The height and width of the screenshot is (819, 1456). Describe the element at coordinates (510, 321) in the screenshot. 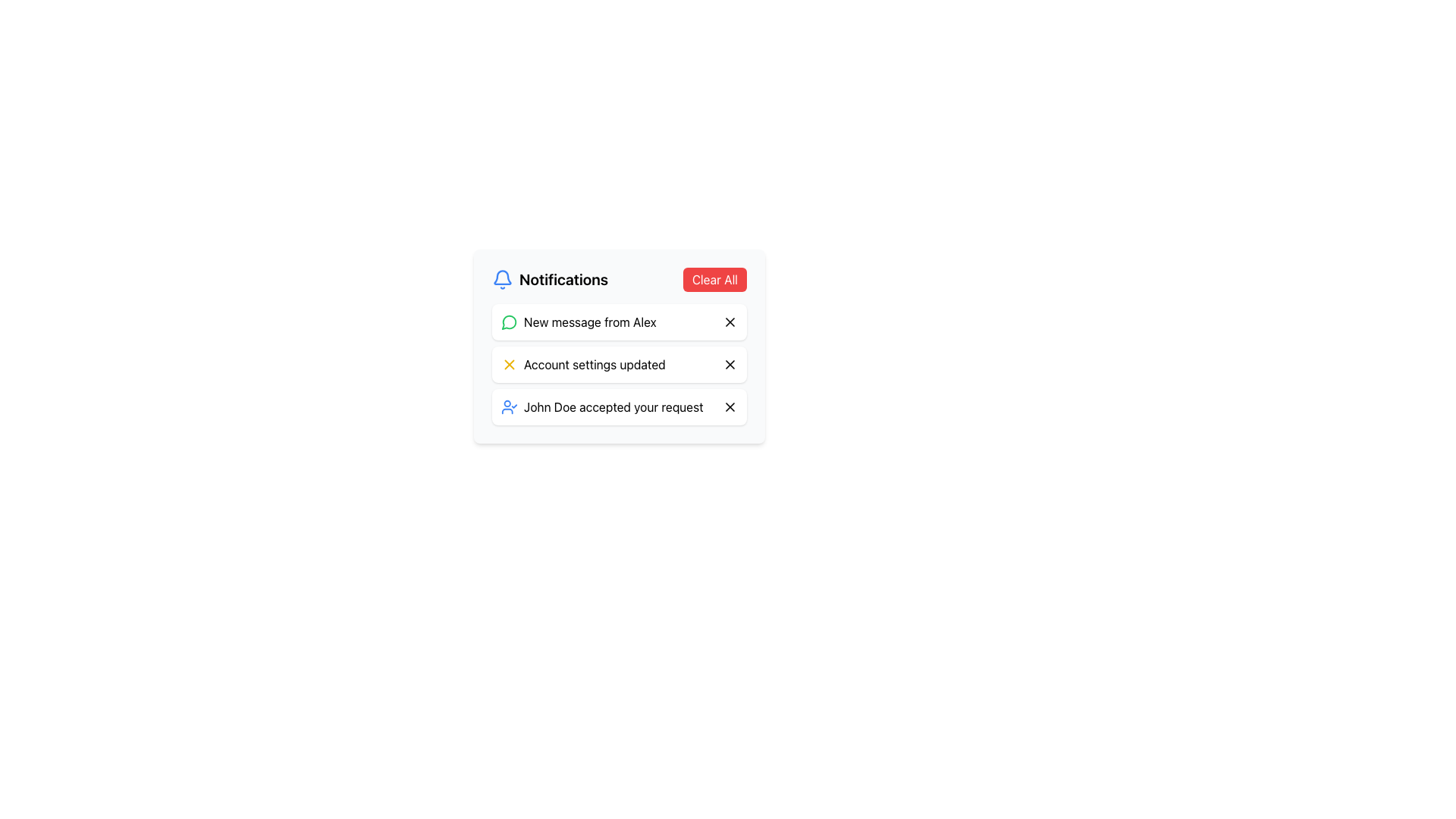

I see `the new message notification icon indicating 'New message from Alex' positioned at the top of the notification list` at that location.